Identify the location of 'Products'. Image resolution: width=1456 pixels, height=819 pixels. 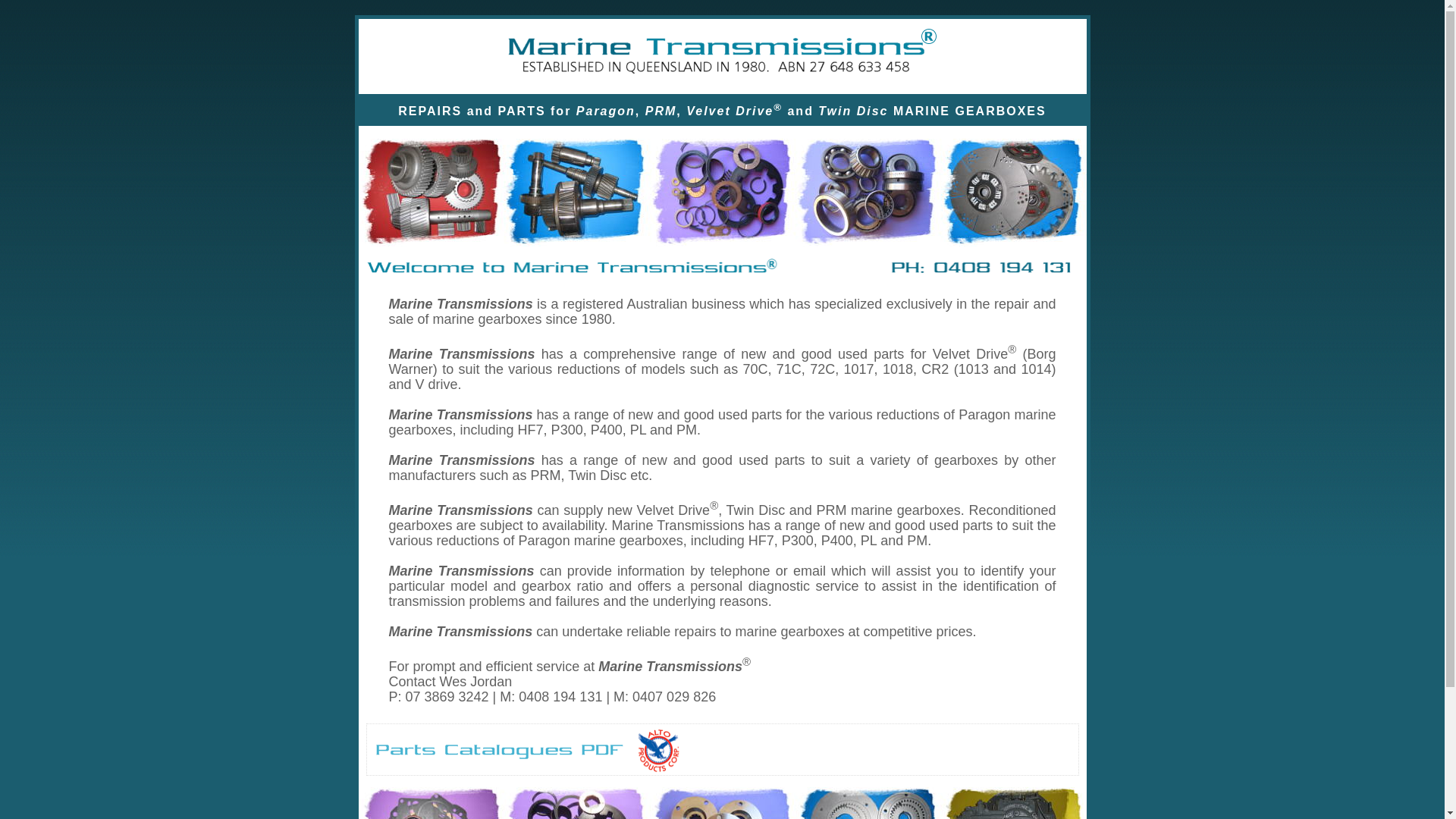
(720, 189).